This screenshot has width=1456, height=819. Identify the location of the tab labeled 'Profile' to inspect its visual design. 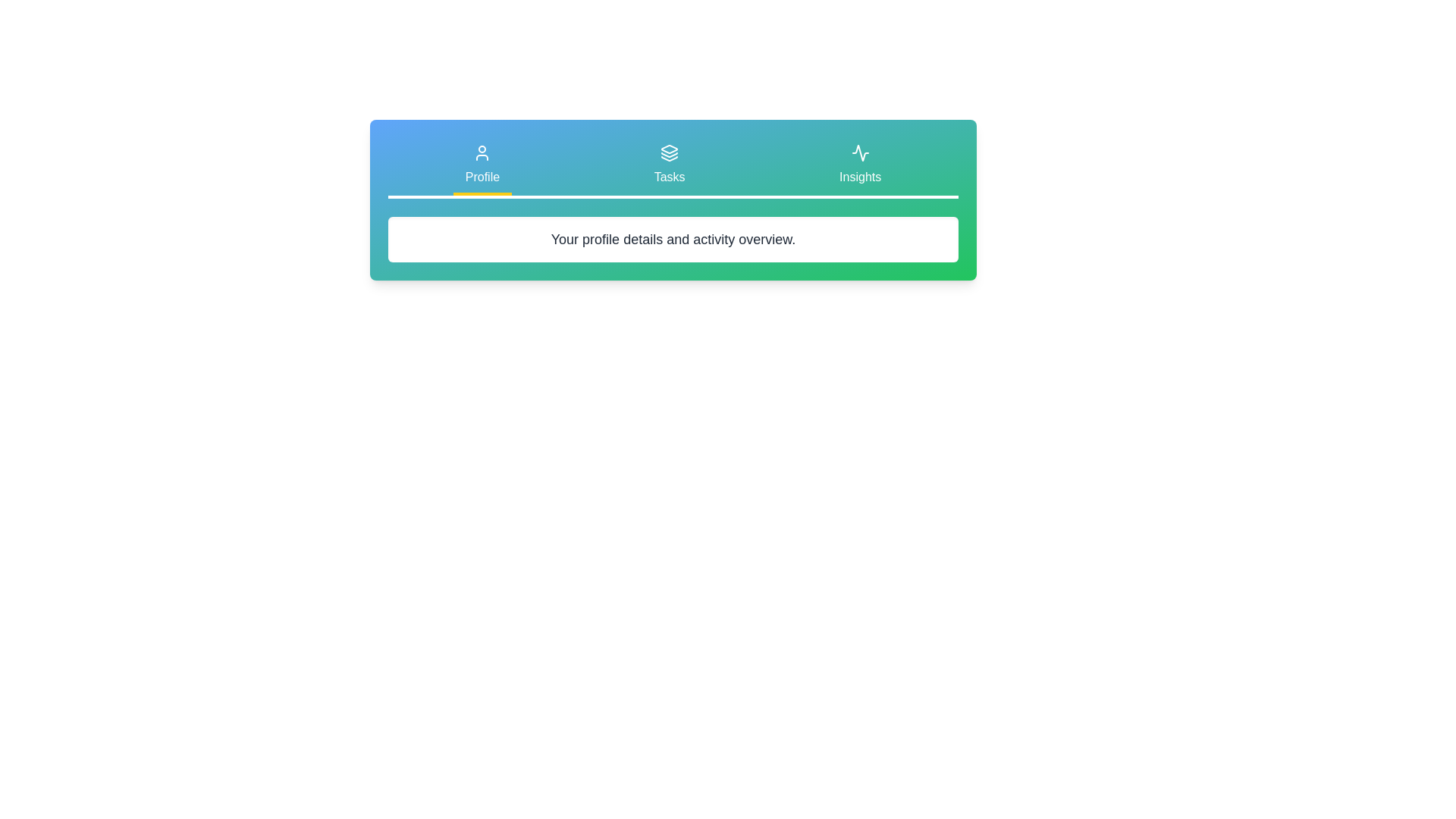
(482, 166).